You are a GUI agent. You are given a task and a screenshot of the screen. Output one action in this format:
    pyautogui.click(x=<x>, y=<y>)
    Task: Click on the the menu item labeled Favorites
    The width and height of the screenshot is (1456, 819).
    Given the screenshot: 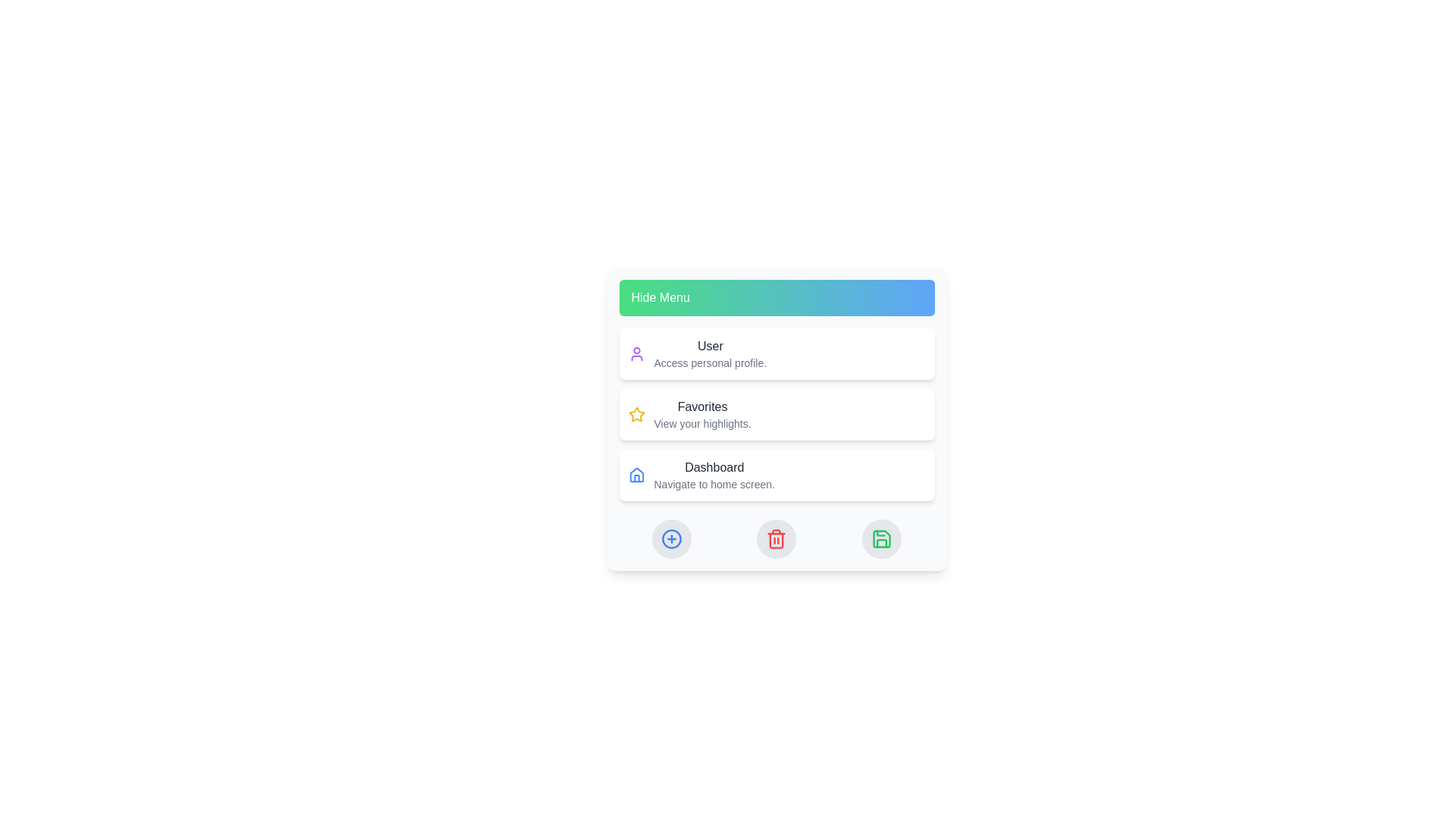 What is the action you would take?
    pyautogui.click(x=777, y=415)
    